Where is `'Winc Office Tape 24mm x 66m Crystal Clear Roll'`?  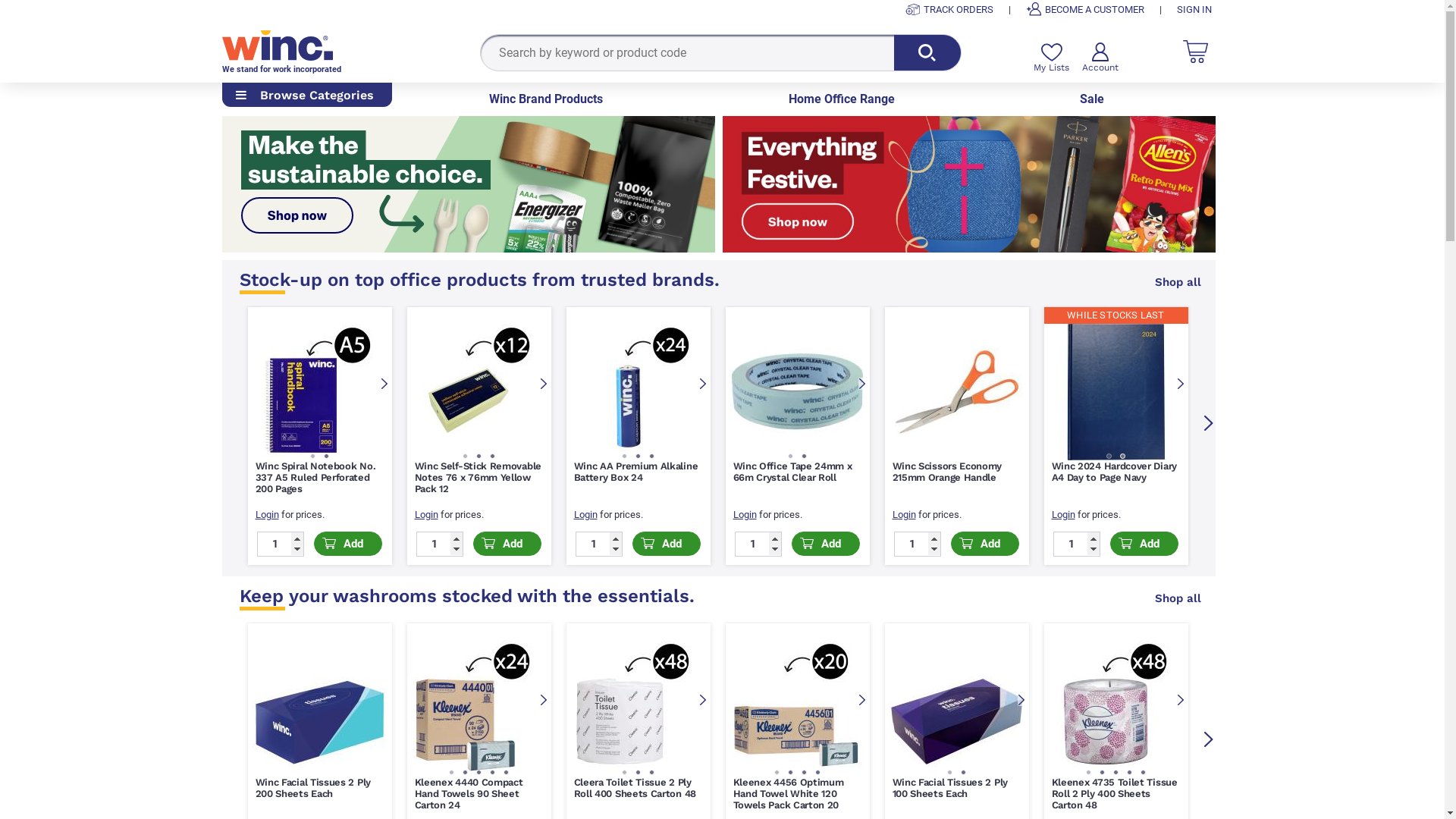 'Winc Office Tape 24mm x 66m Crystal Clear Roll' is located at coordinates (791, 470).